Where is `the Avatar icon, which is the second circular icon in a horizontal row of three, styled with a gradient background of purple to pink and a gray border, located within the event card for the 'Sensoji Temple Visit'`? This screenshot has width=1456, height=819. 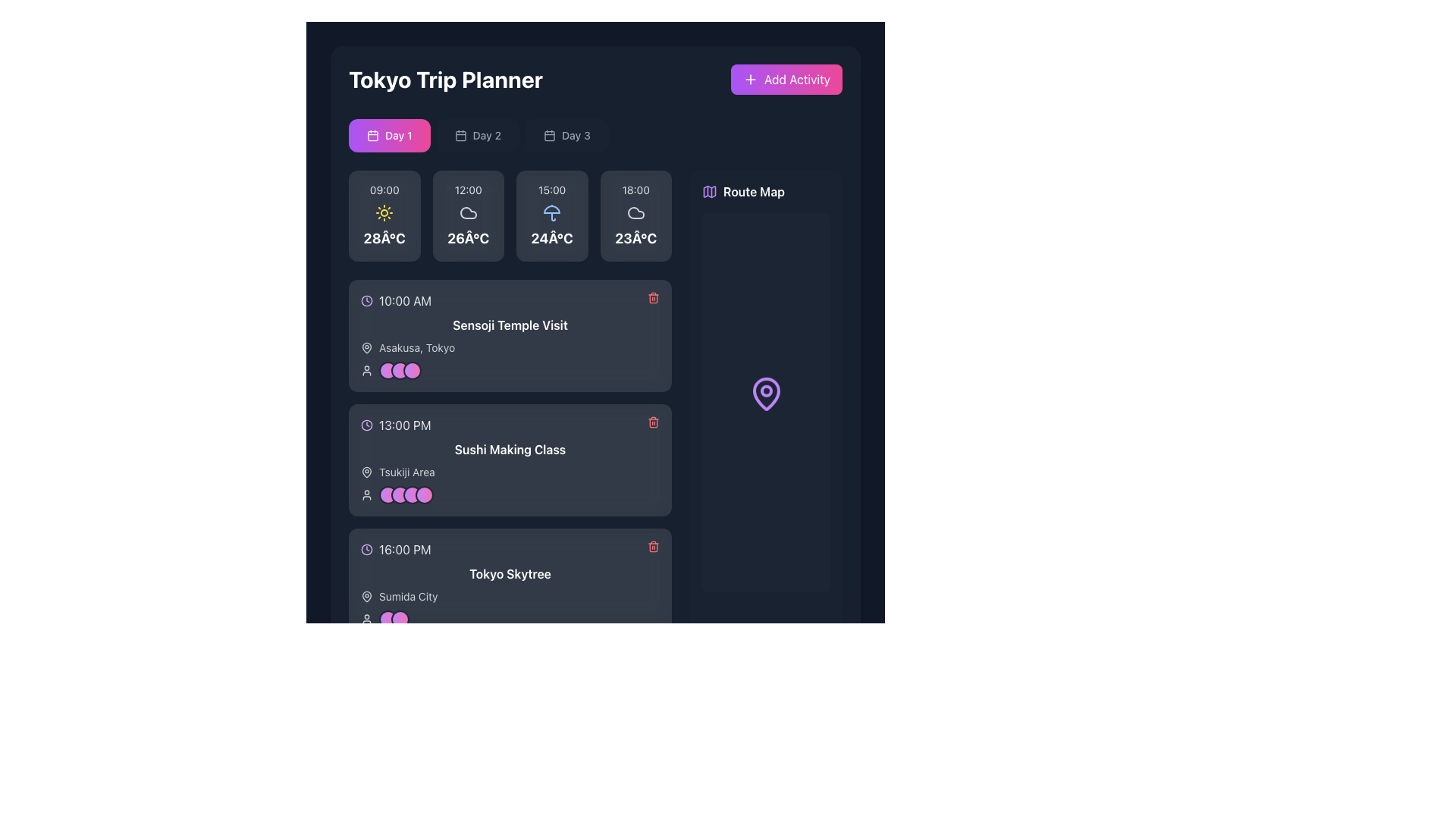 the Avatar icon, which is the second circular icon in a horizontal row of three, styled with a gradient background of purple to pink and a gray border, located within the event card for the 'Sensoji Temple Visit' is located at coordinates (400, 371).